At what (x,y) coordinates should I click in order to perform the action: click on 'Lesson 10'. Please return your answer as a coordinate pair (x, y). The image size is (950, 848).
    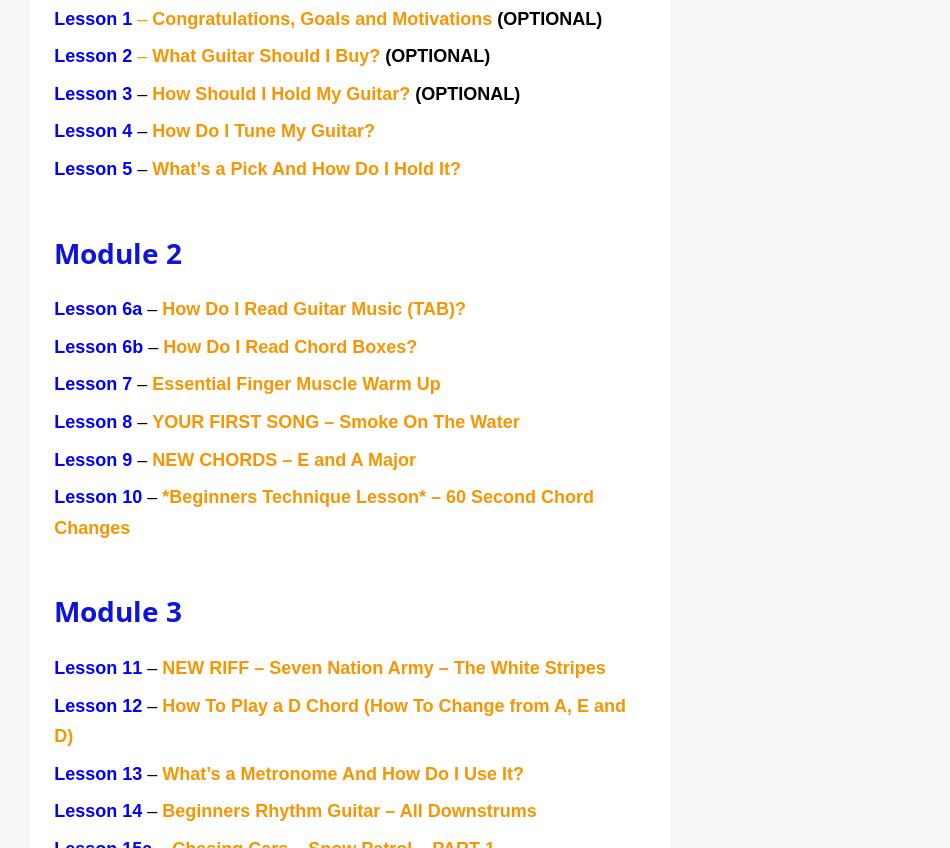
    Looking at the image, I should click on (98, 498).